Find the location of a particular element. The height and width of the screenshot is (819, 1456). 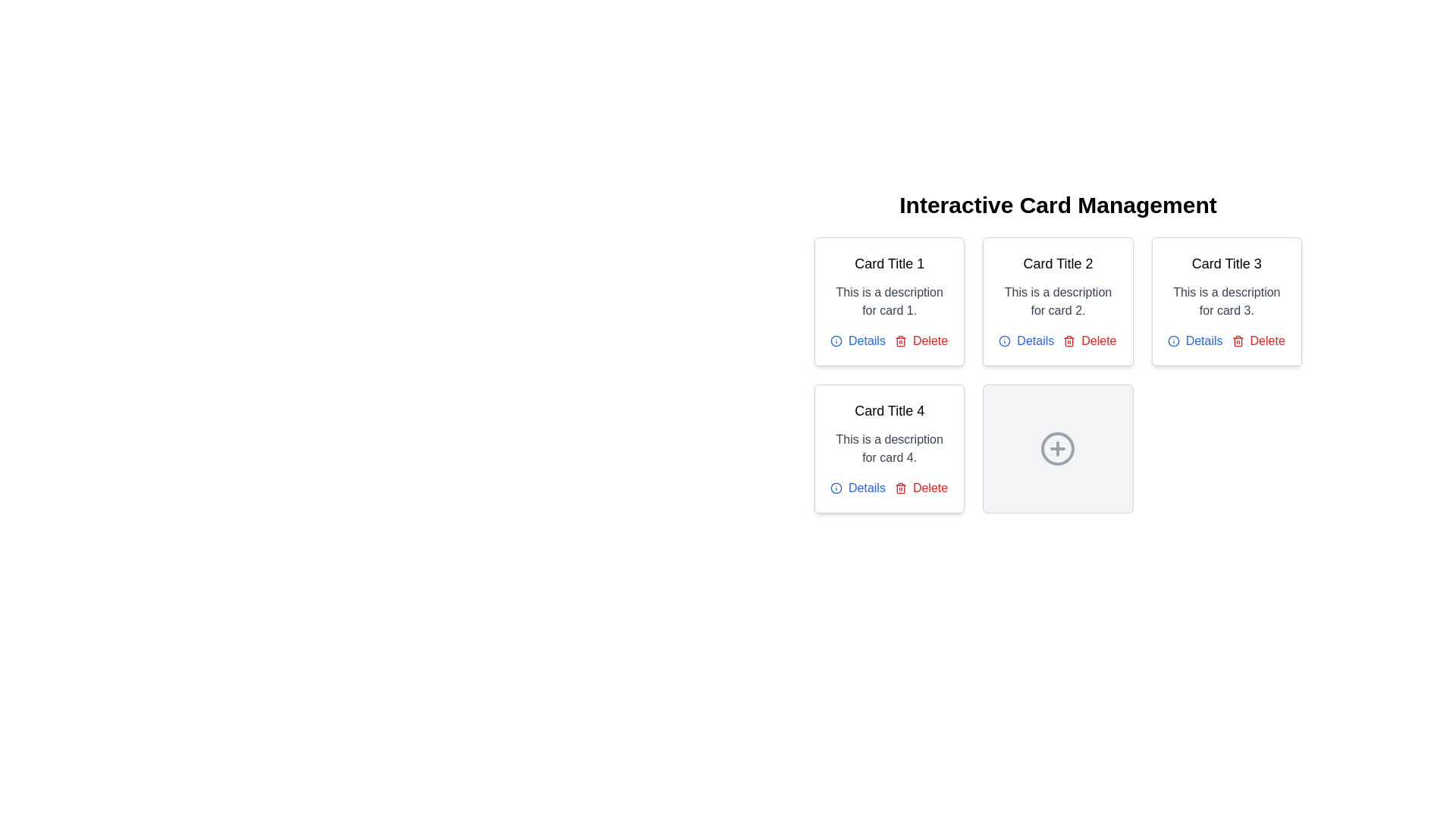

the Icon button, which is a circular button with a plus sign (+) inside it, located at the bottom-right card in the interface below 'Card Title 4' is located at coordinates (1057, 447).